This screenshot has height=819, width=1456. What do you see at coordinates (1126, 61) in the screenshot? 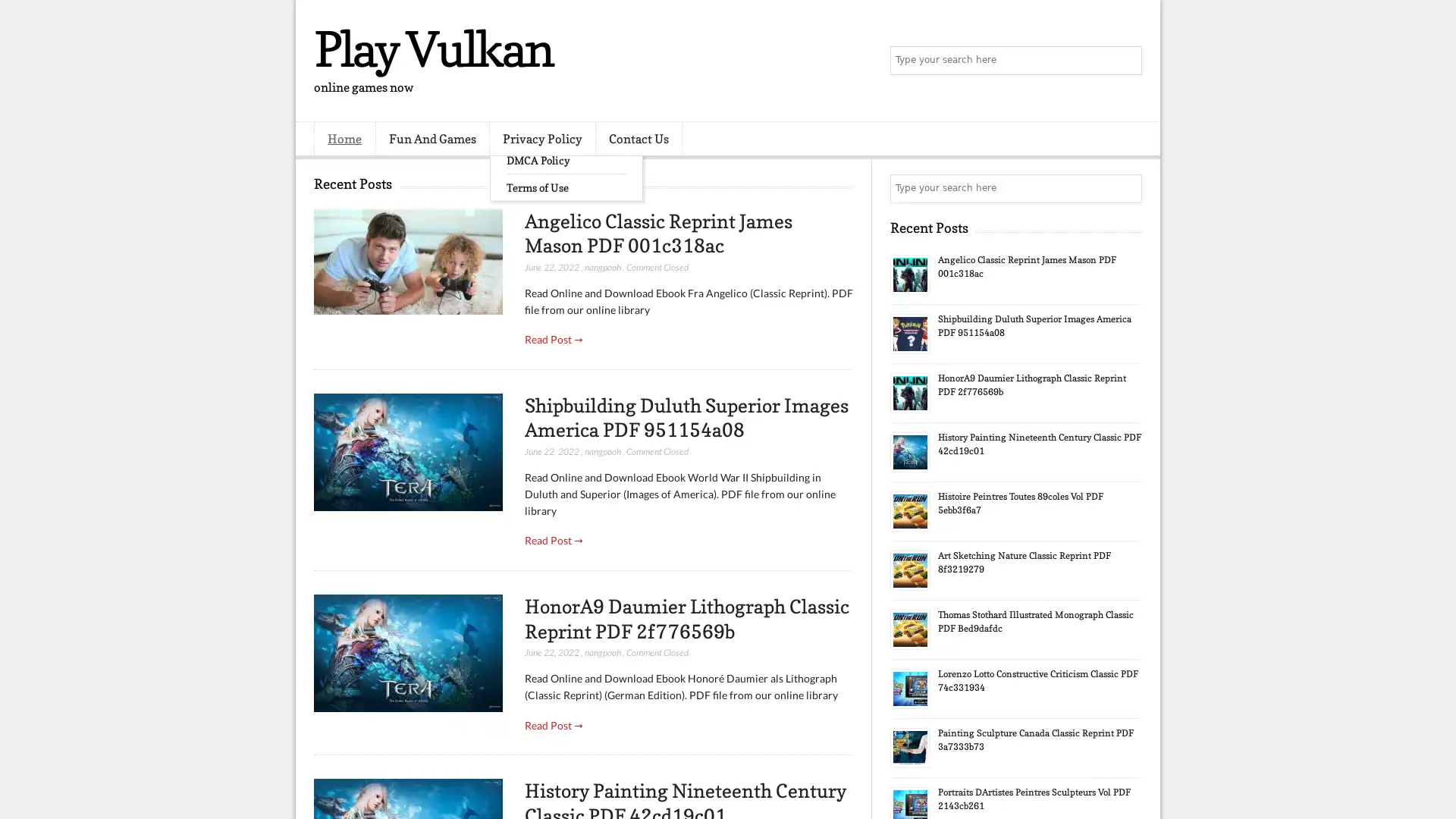
I see `Search` at bounding box center [1126, 61].